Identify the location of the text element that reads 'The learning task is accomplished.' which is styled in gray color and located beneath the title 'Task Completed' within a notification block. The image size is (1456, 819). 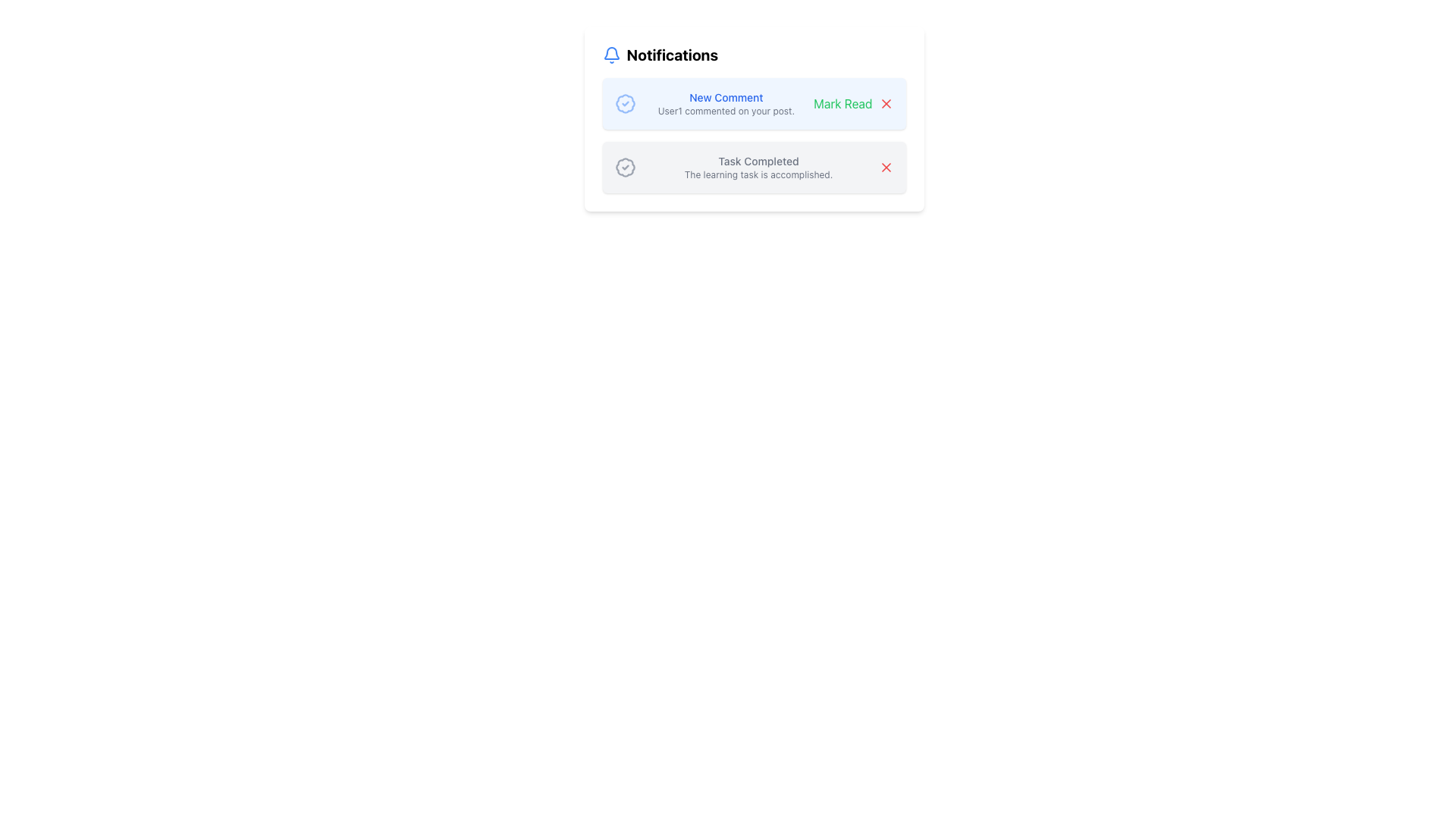
(758, 174).